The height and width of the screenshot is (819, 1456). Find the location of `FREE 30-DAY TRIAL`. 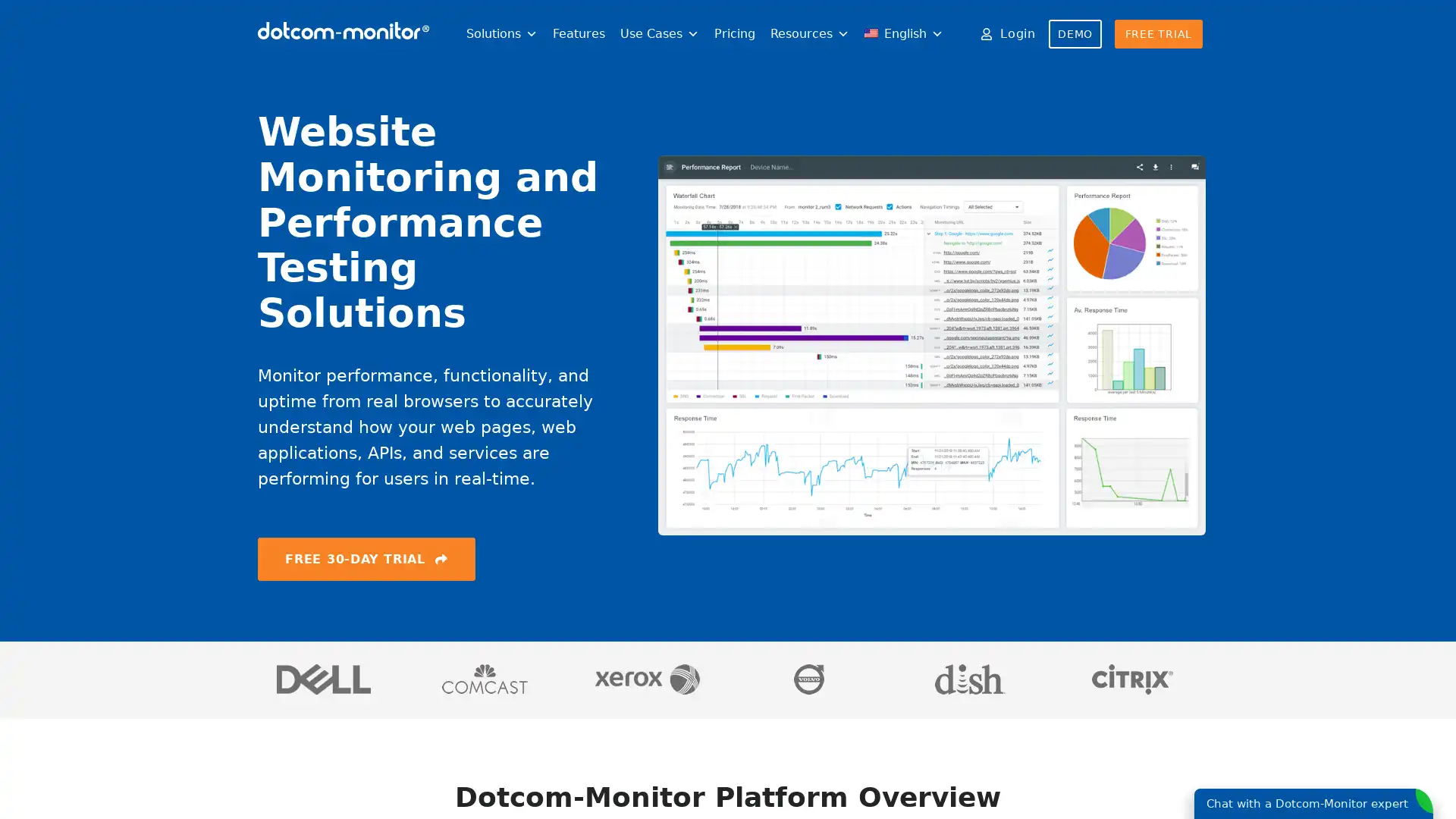

FREE 30-DAY TRIAL is located at coordinates (366, 558).